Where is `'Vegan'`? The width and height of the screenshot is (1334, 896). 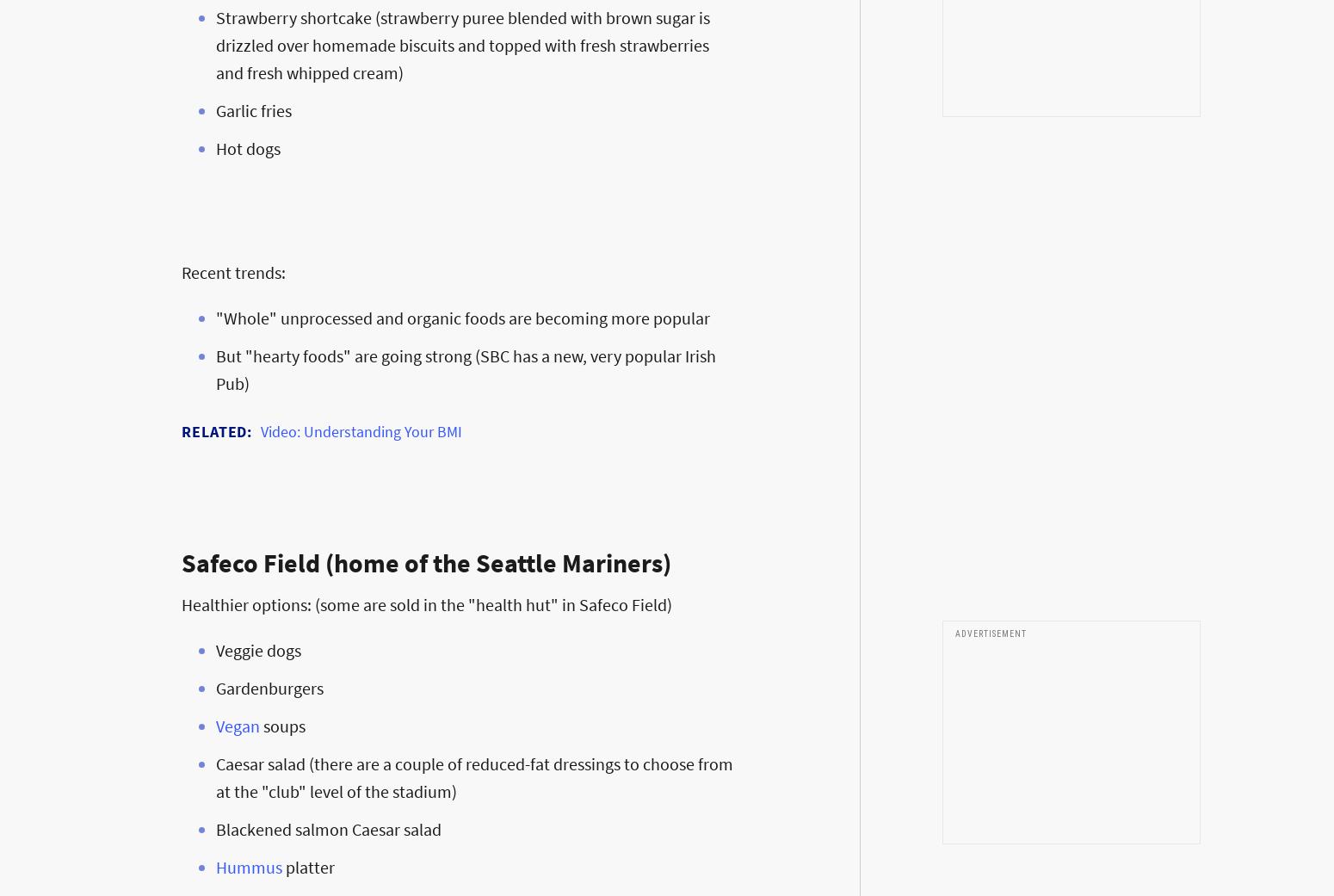
'Vegan' is located at coordinates (238, 725).